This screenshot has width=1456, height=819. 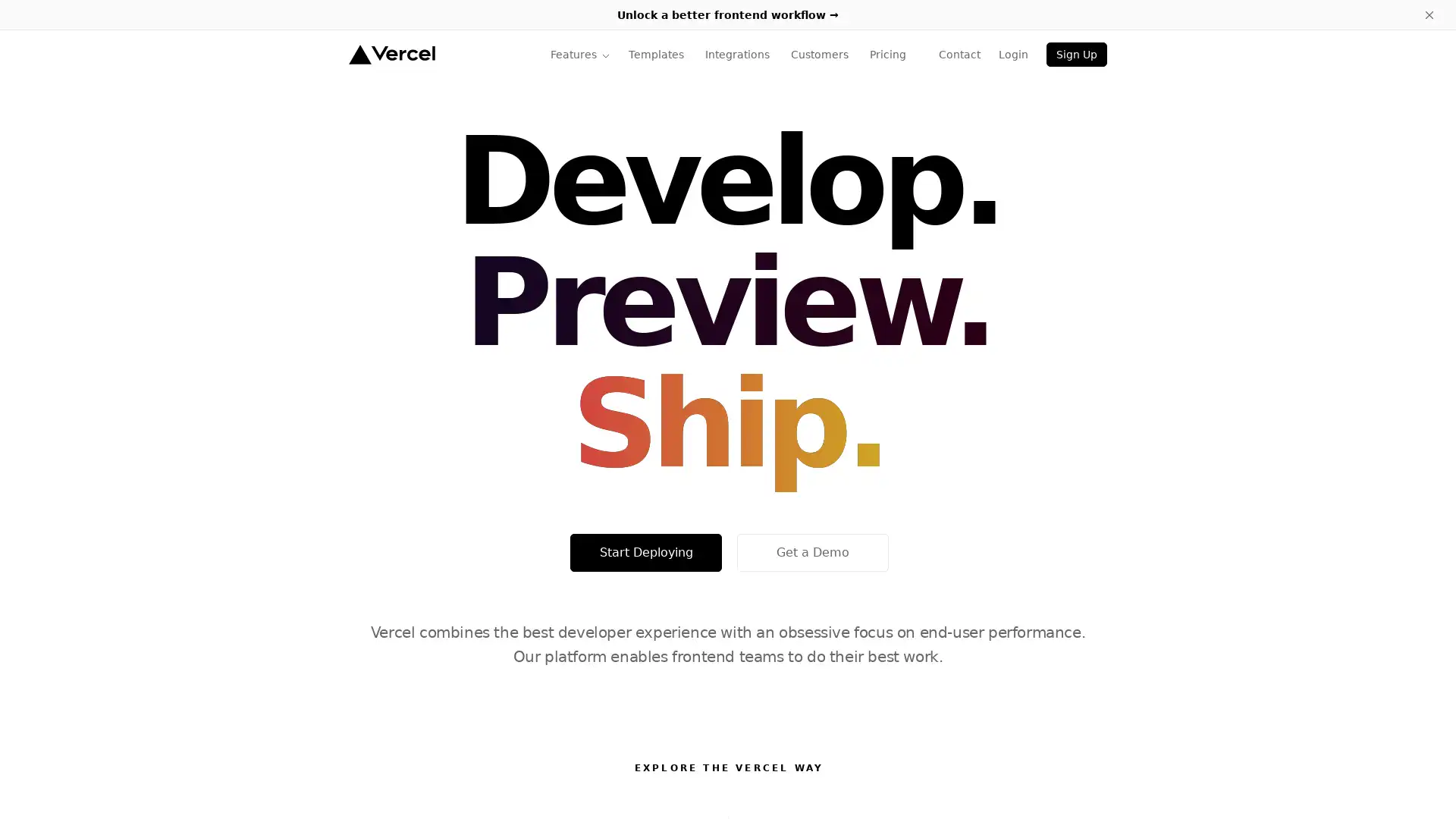 I want to click on home, so click(x=391, y=54).